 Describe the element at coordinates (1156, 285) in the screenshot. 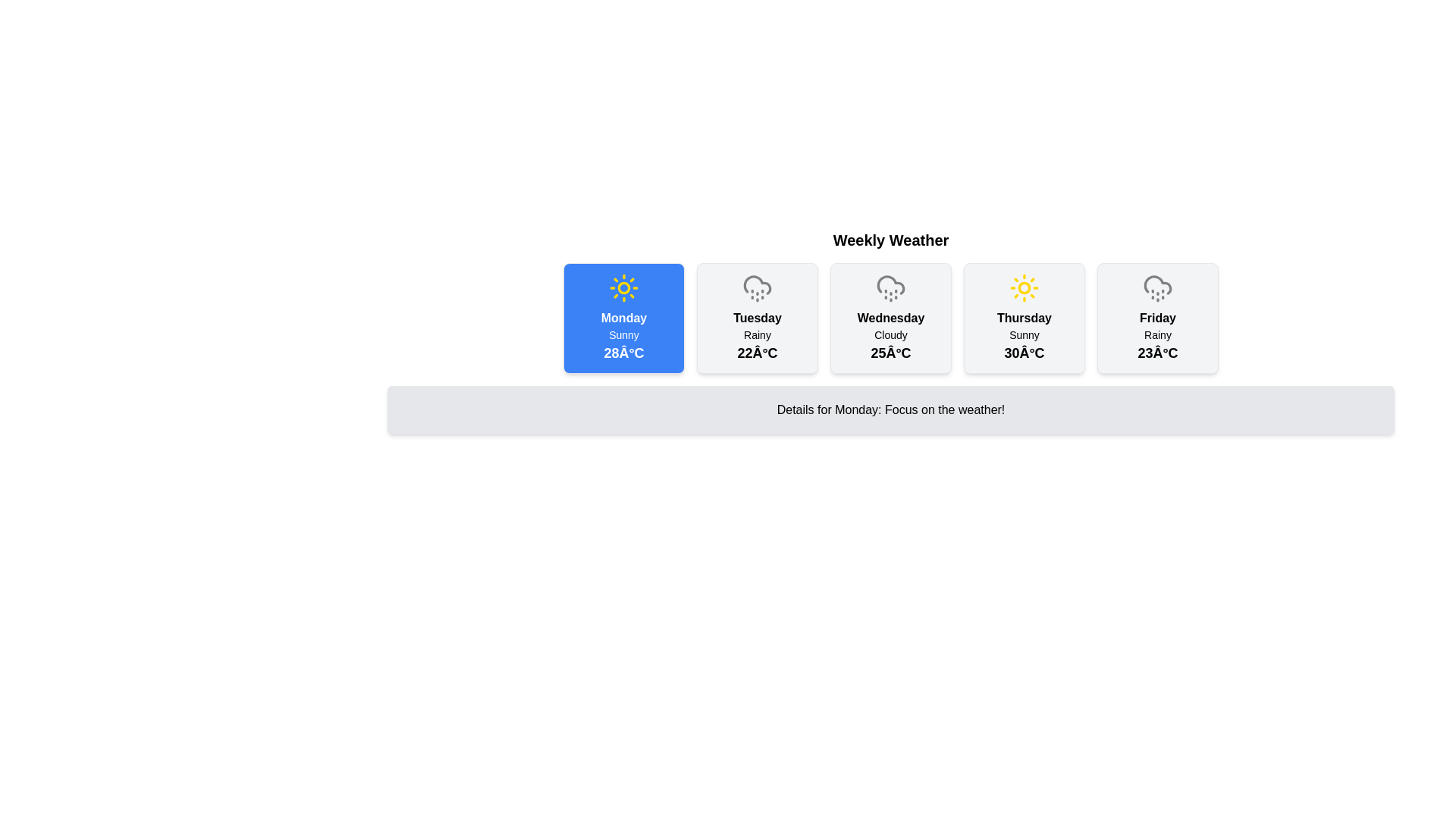

I see `the top part of the cloud icon with drizzle drops in the Friday weather card of the Weekly Weather section` at that location.